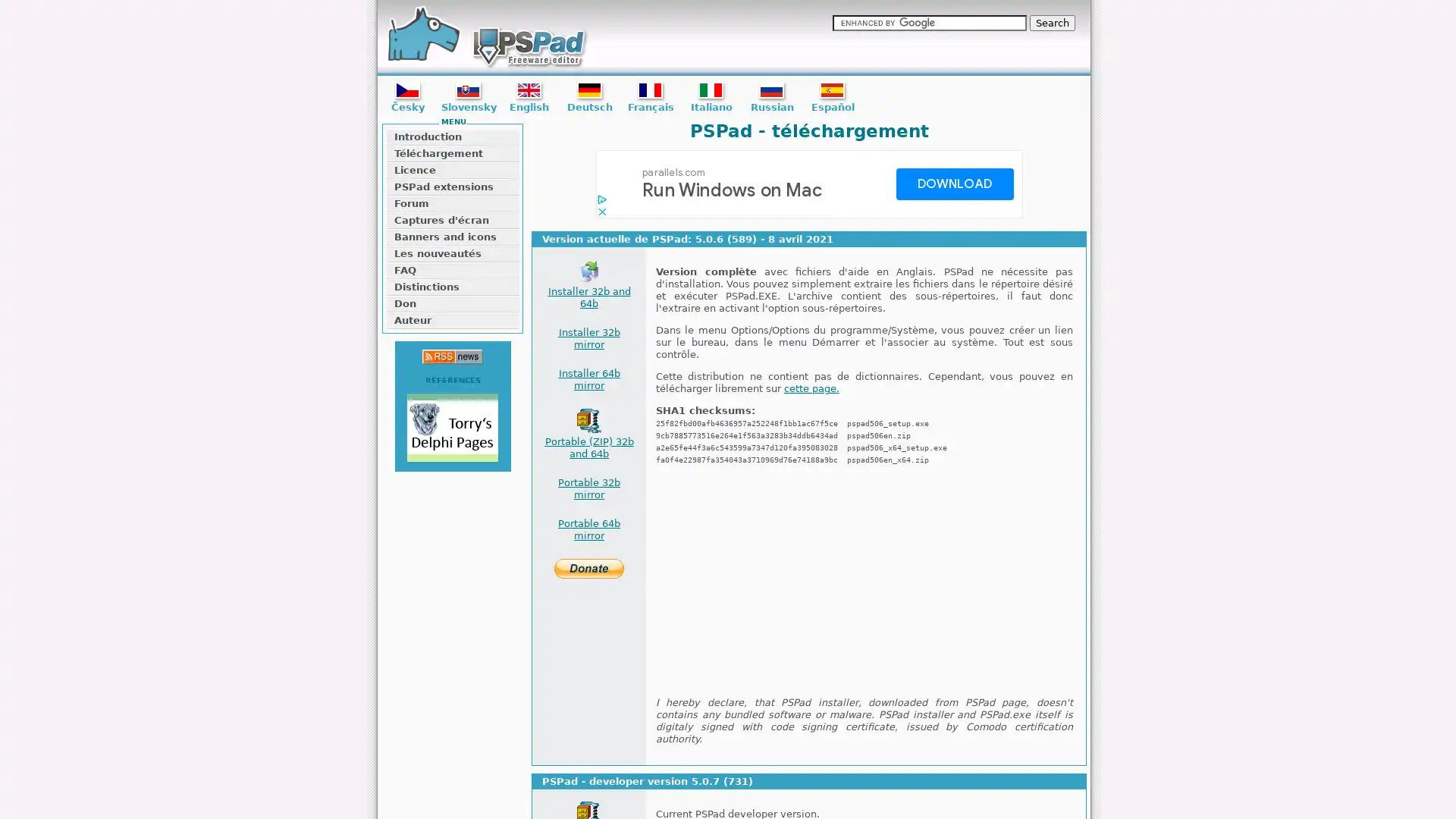 This screenshot has height=819, width=1456. Describe the element at coordinates (1051, 23) in the screenshot. I see `Search` at that location.